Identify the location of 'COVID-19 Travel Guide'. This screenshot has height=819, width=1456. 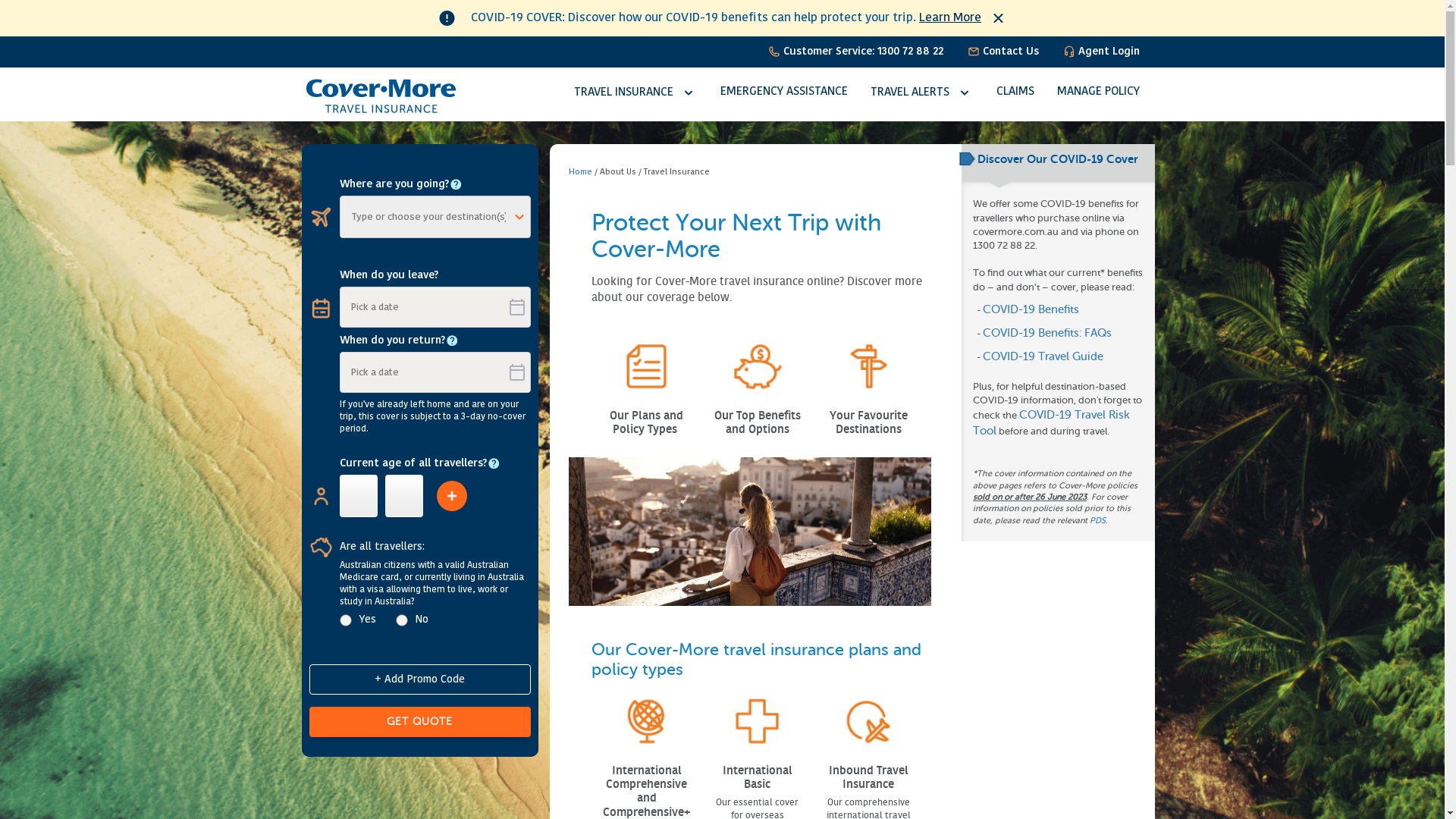
(1042, 356).